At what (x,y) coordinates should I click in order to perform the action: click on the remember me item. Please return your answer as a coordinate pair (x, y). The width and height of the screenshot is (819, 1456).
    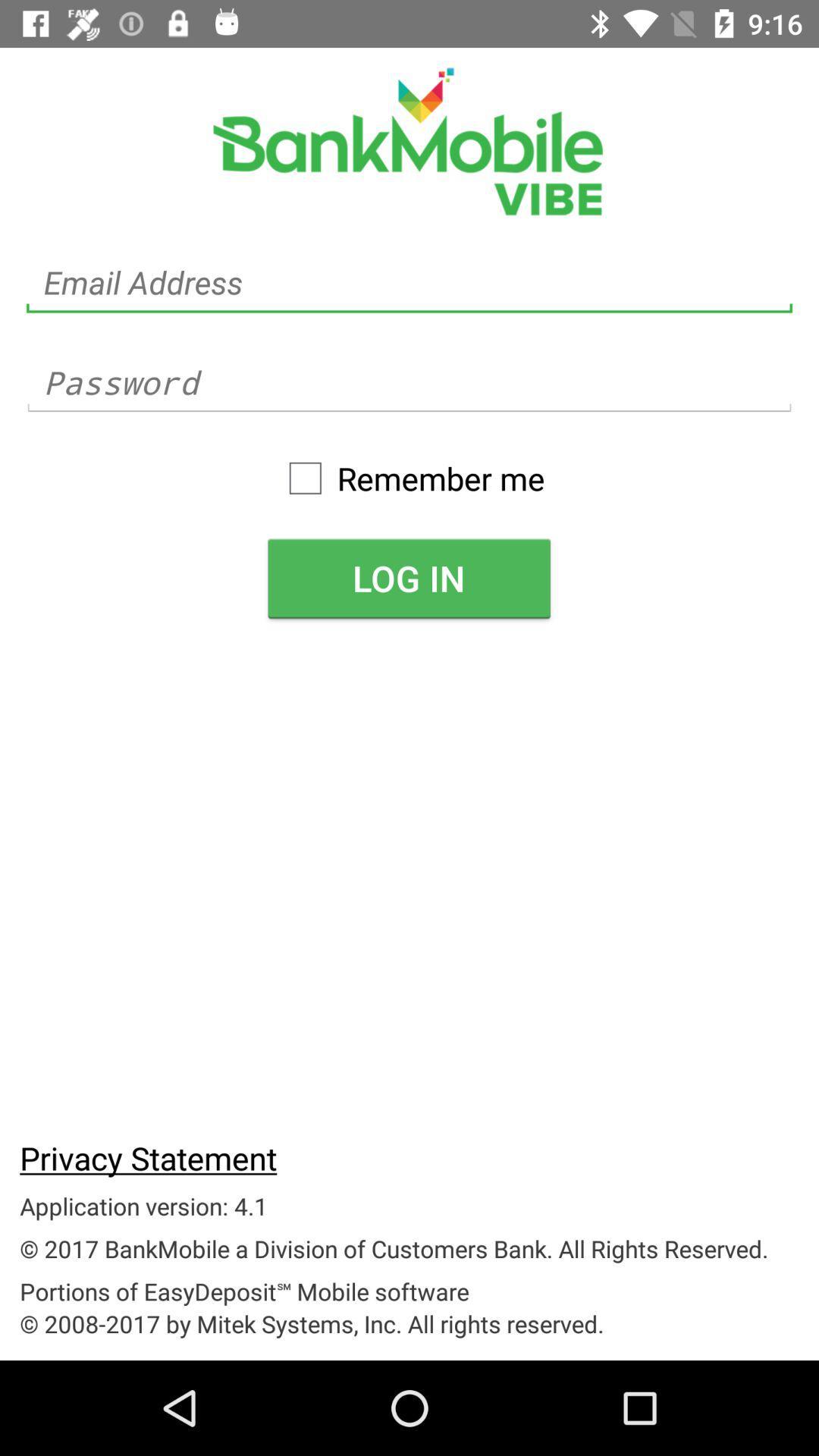
    Looking at the image, I should click on (408, 477).